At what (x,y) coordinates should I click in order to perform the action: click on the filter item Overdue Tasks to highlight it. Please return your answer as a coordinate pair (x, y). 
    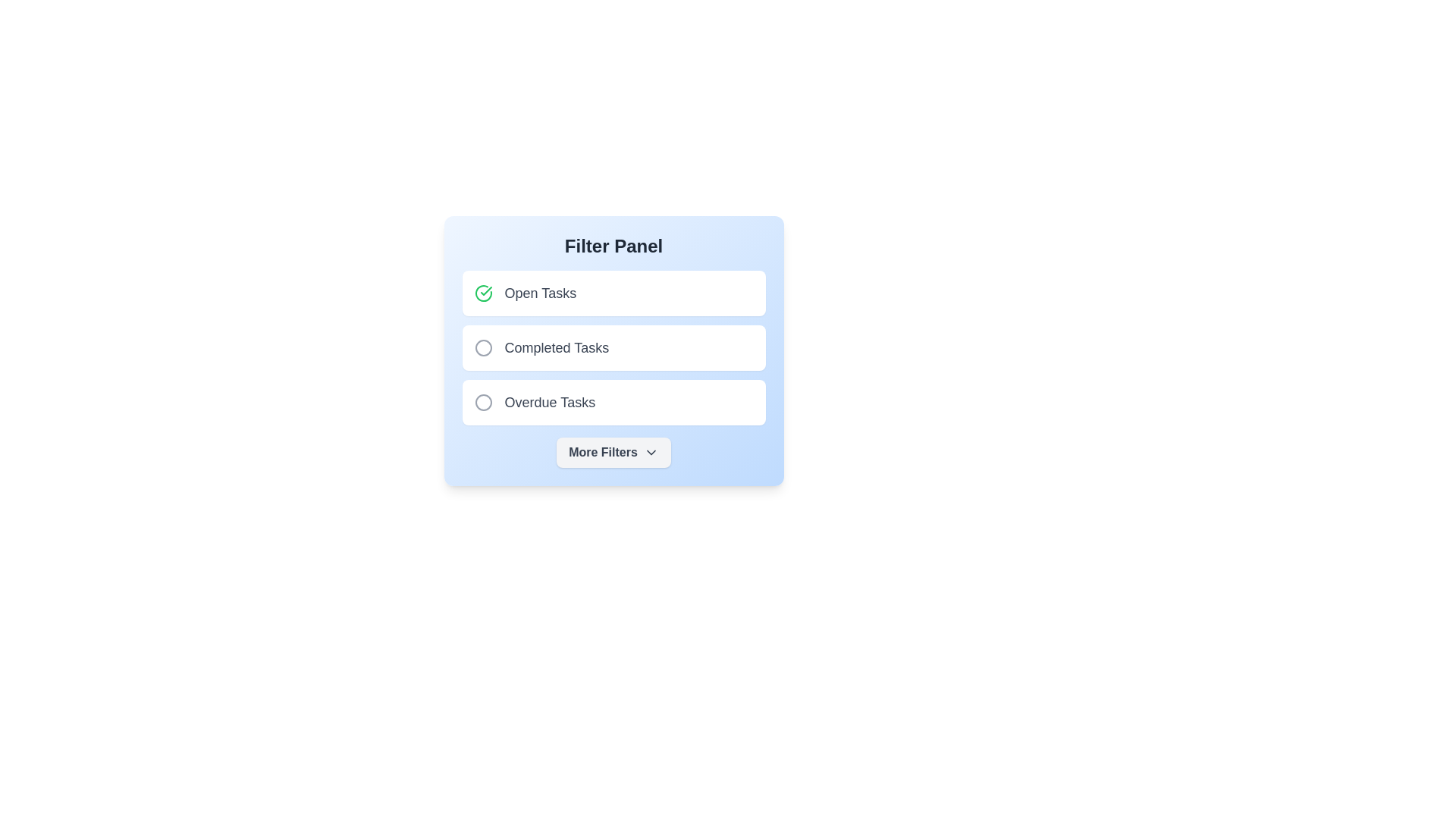
    Looking at the image, I should click on (482, 402).